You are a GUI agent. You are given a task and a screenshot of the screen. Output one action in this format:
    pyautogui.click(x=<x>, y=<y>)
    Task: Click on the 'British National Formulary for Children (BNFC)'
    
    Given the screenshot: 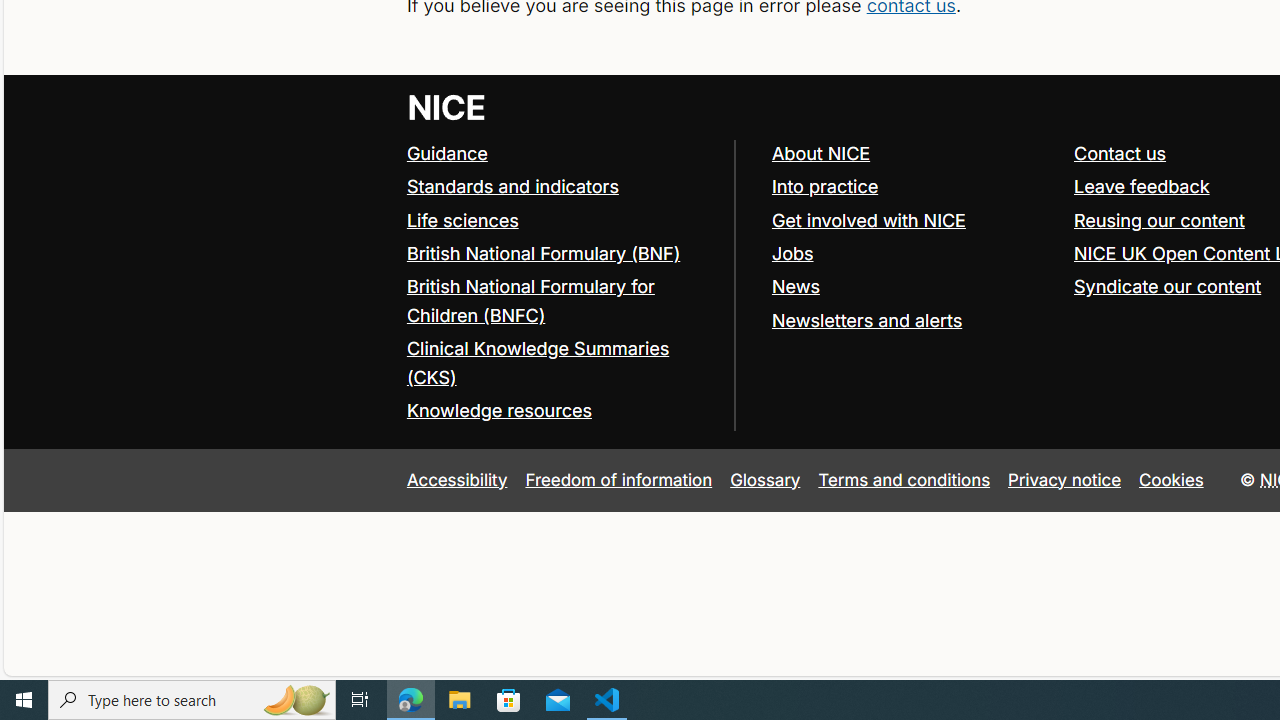 What is the action you would take?
    pyautogui.click(x=530, y=300)
    